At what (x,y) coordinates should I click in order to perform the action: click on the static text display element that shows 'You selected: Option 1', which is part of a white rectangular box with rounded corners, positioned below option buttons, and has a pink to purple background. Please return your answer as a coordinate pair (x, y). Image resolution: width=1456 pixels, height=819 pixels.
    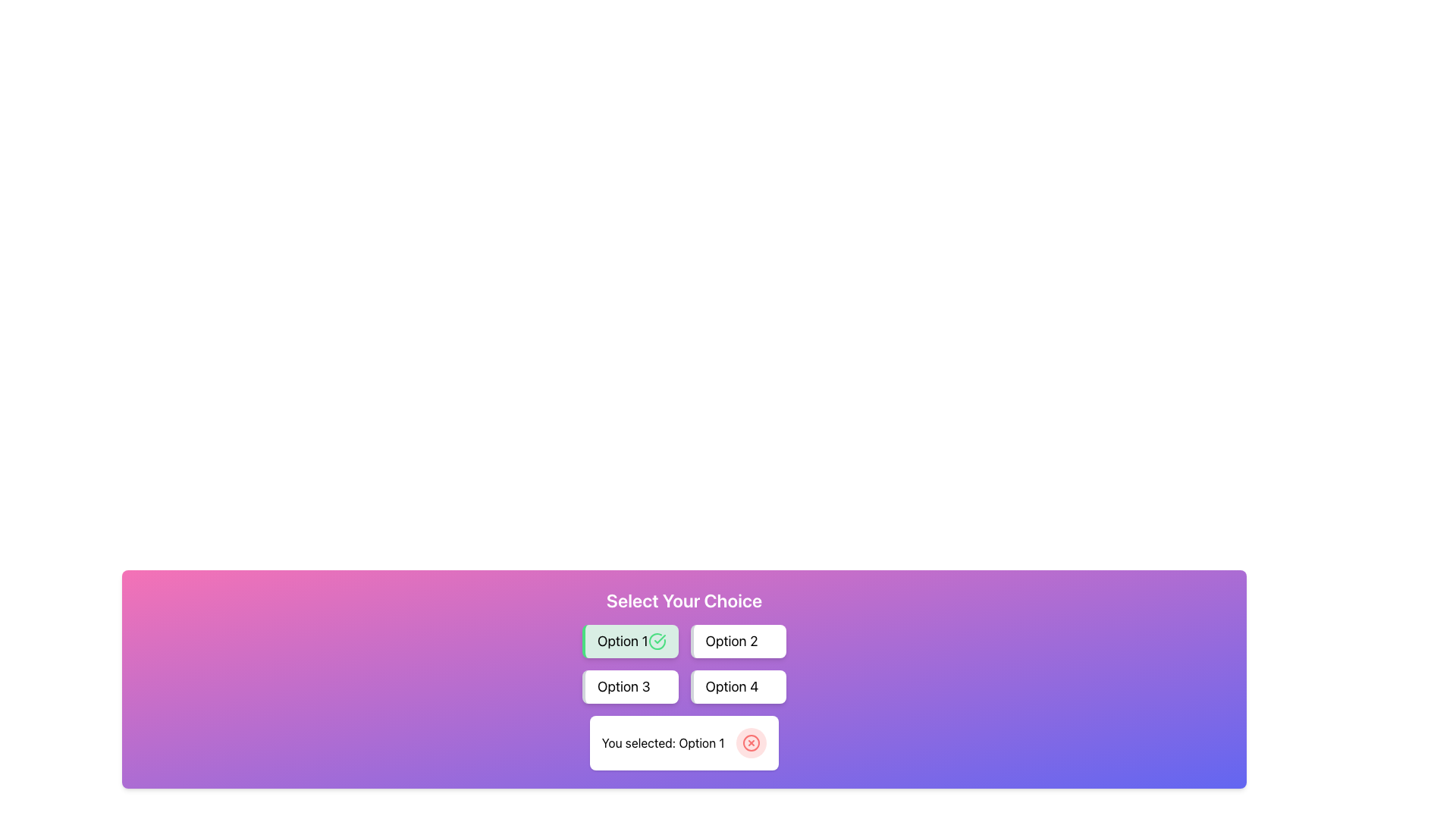
    Looking at the image, I should click on (663, 742).